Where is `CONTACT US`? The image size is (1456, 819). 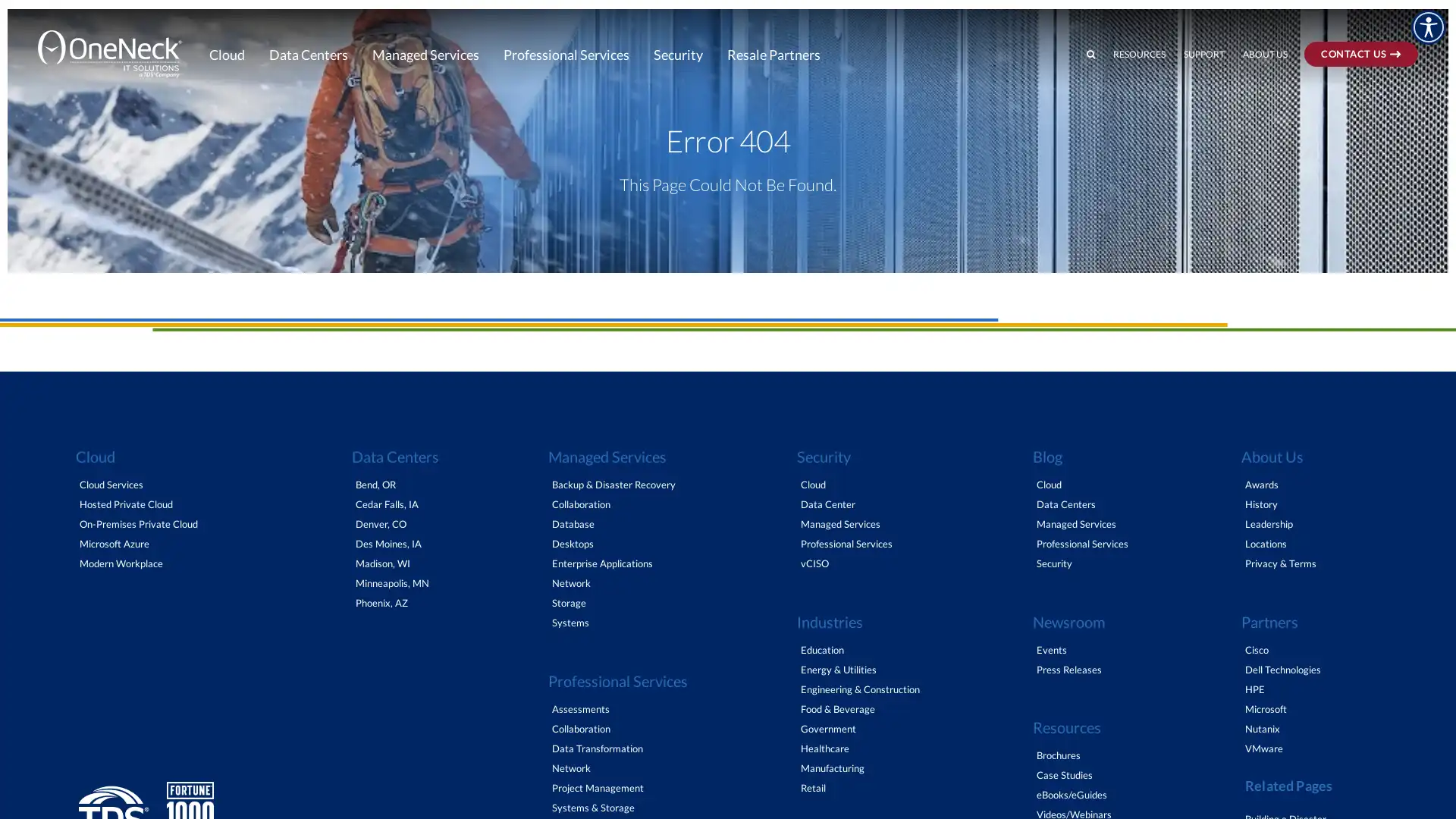
CONTACT US is located at coordinates (1383, 13).